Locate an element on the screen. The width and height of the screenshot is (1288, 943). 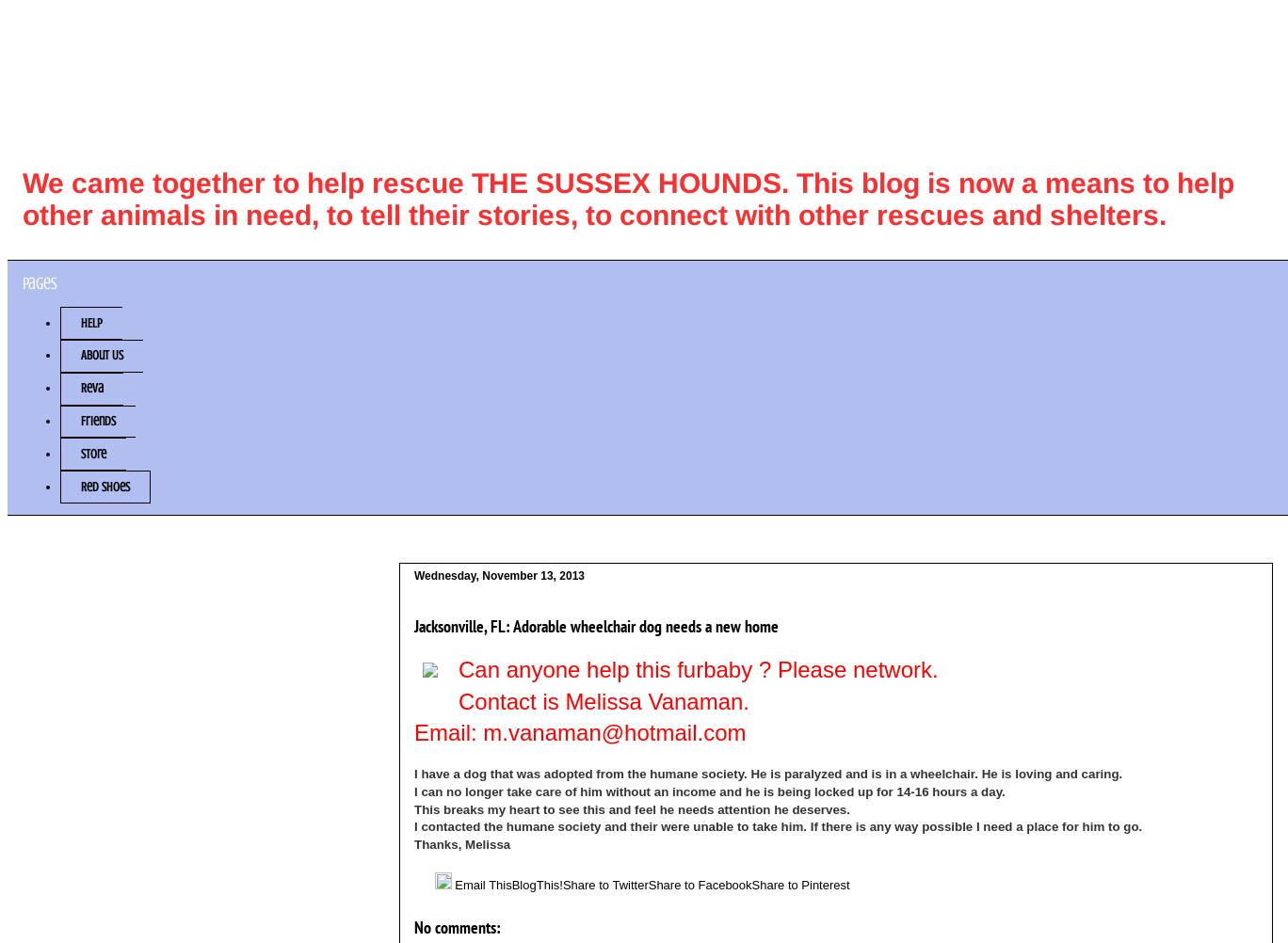
'Share to Pinterest' is located at coordinates (799, 884).